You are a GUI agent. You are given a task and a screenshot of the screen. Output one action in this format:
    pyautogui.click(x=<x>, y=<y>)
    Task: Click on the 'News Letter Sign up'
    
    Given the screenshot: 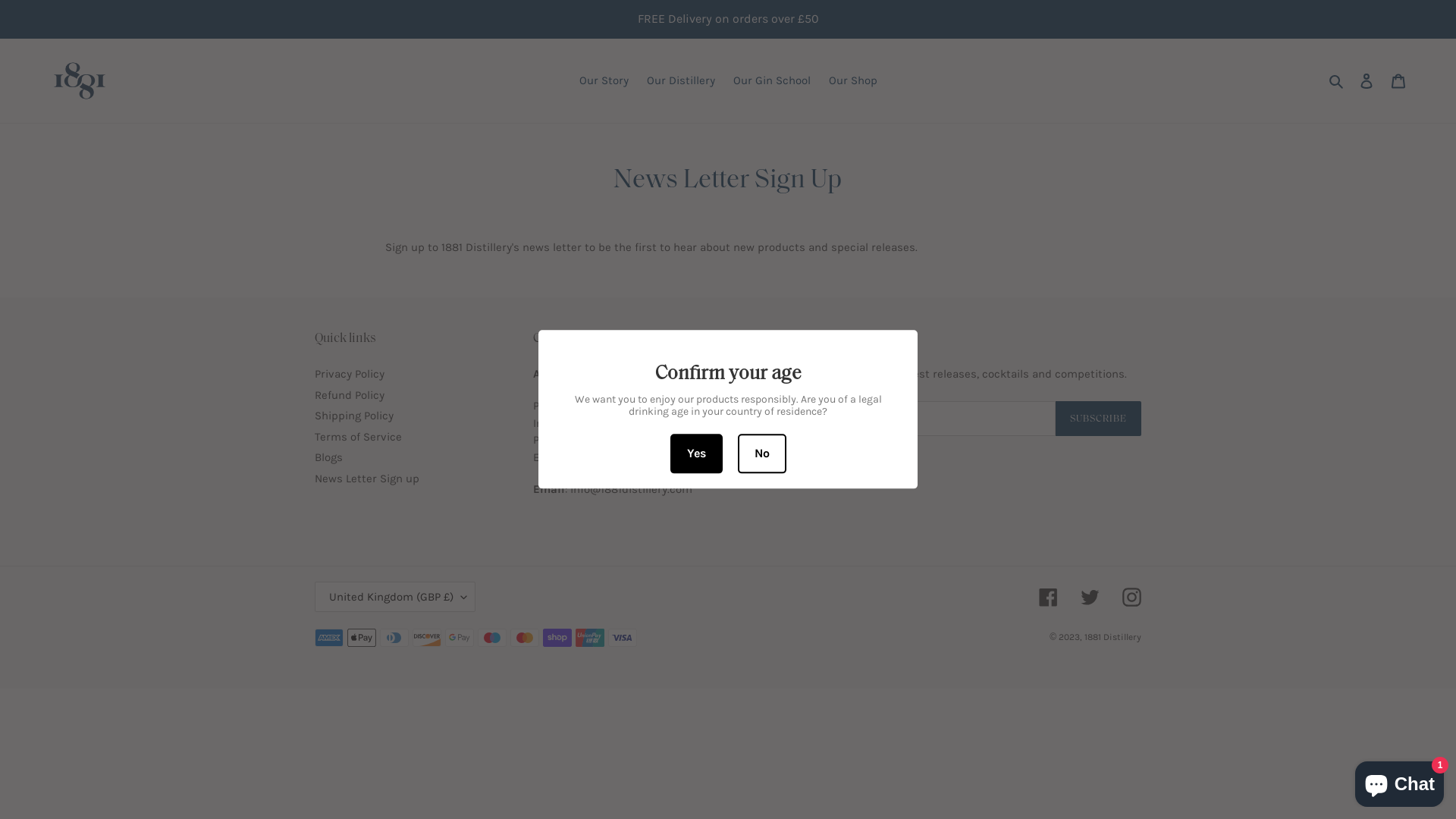 What is the action you would take?
    pyautogui.click(x=367, y=479)
    